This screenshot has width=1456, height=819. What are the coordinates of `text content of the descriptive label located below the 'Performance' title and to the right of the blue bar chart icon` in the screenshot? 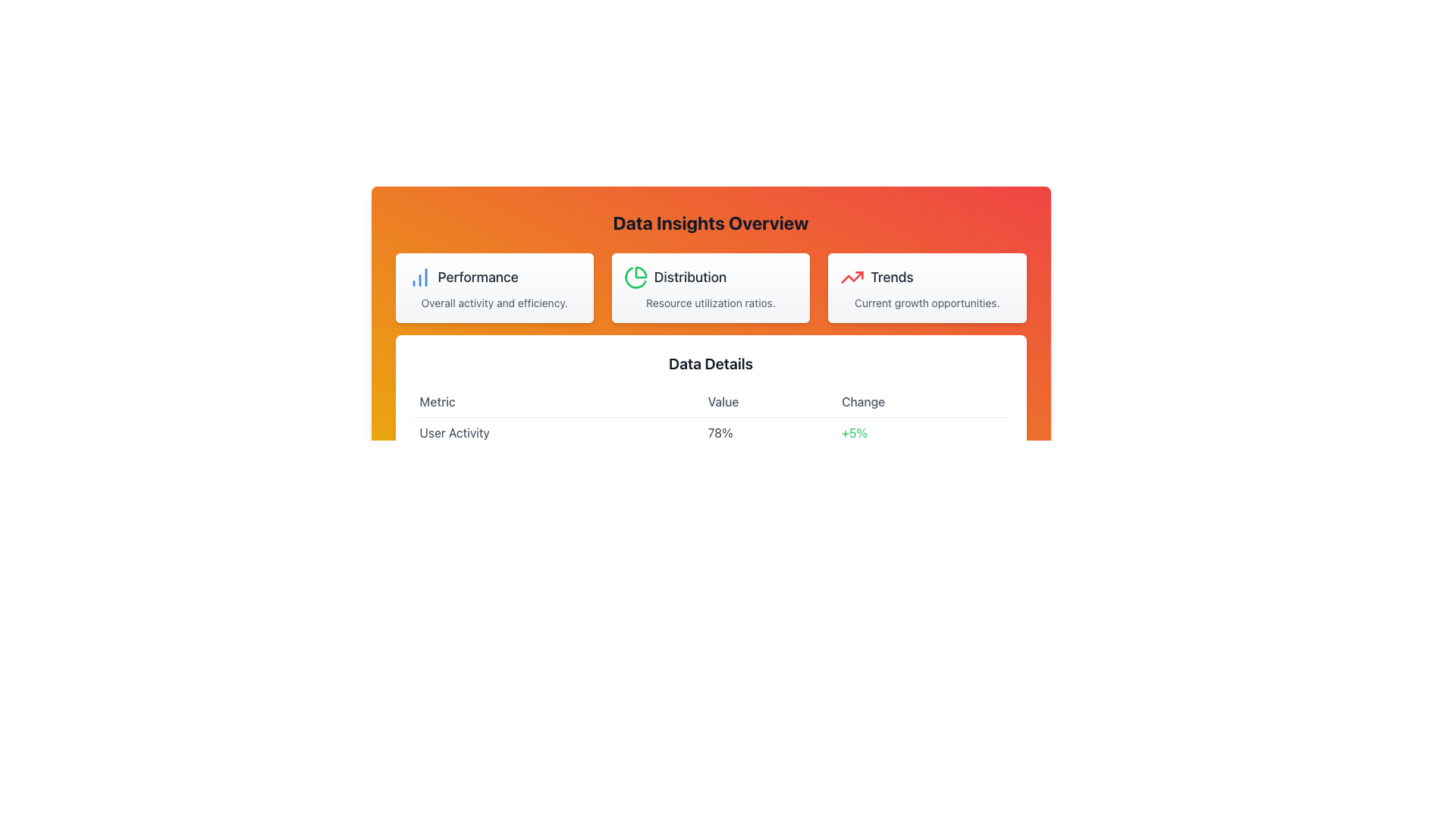 It's located at (494, 303).